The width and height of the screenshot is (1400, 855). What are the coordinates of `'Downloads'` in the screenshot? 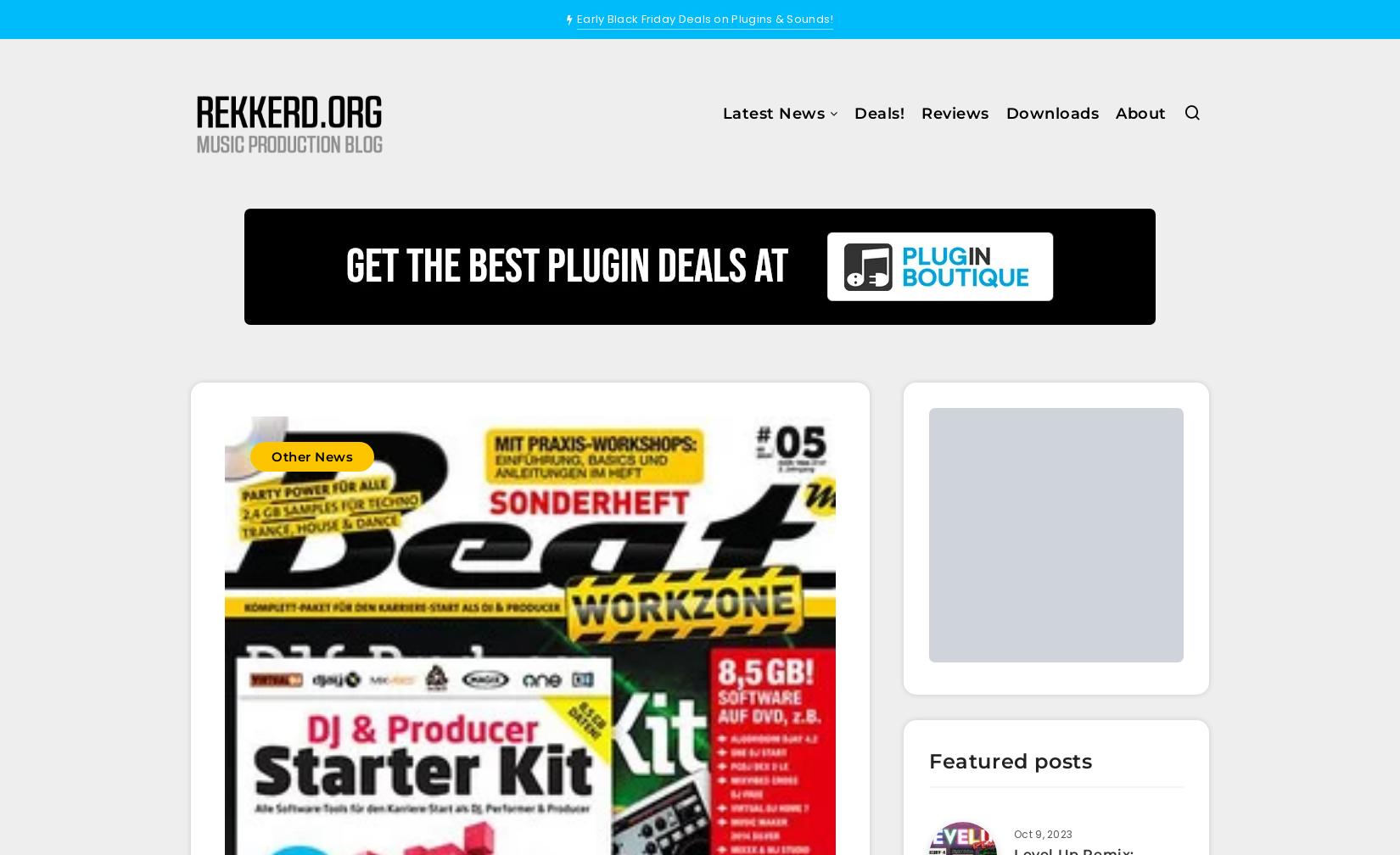 It's located at (1050, 113).